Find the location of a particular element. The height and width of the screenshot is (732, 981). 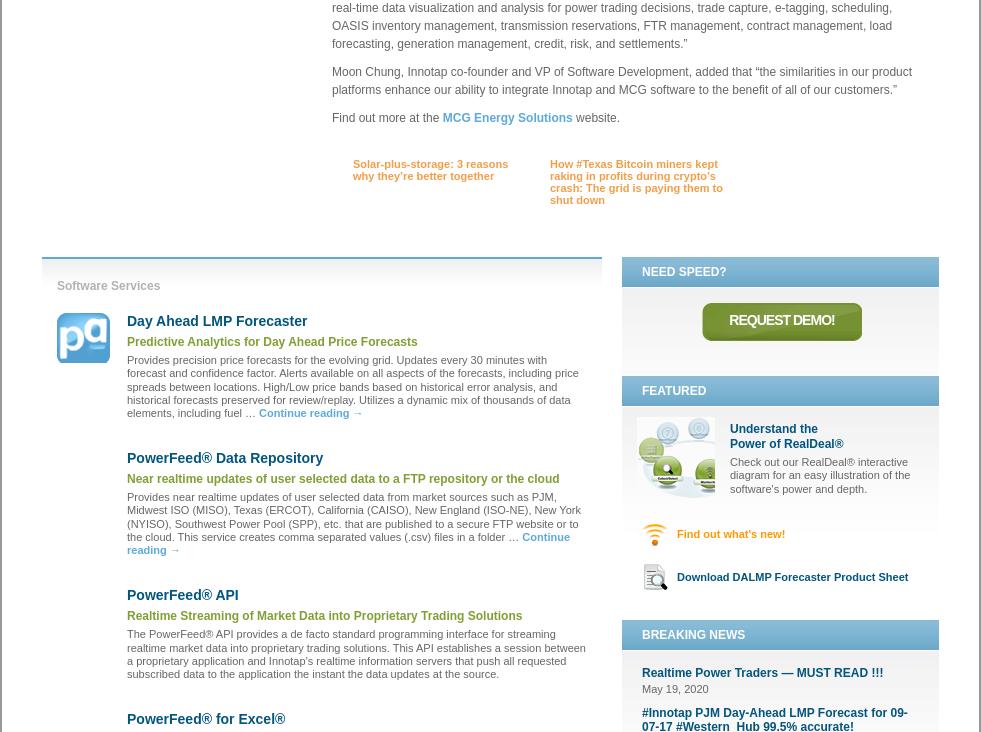

'Inflation Reduction Act passes: Climate action, energy security, and economic recovery start today' is located at coordinates (433, 282).